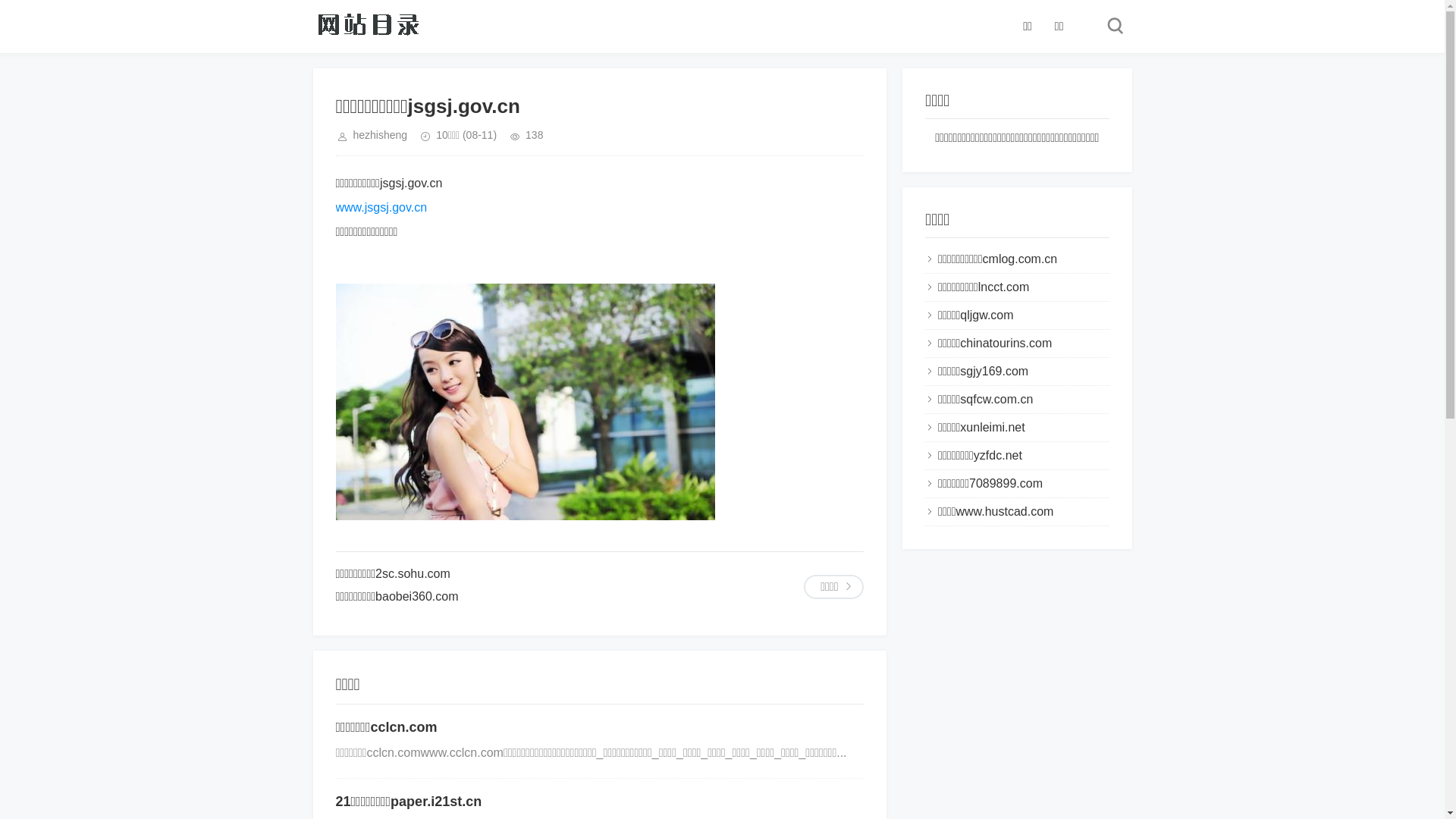 Image resolution: width=1456 pixels, height=819 pixels. Describe the element at coordinates (381, 207) in the screenshot. I see `'www.jsgsj.gov.cn'` at that location.